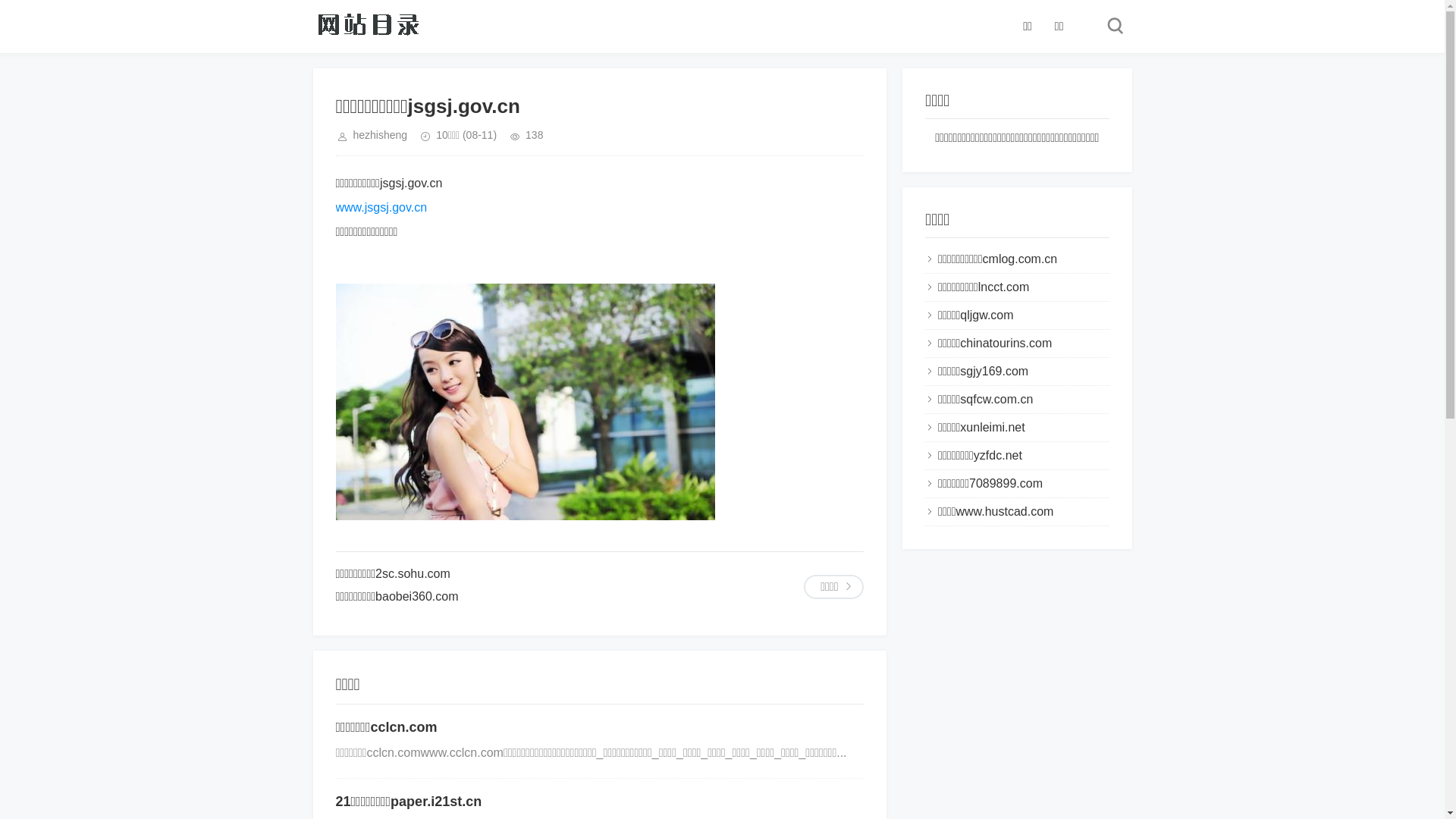 Image resolution: width=1456 pixels, height=819 pixels. Describe the element at coordinates (381, 207) in the screenshot. I see `'www.jsgsj.gov.cn'` at that location.